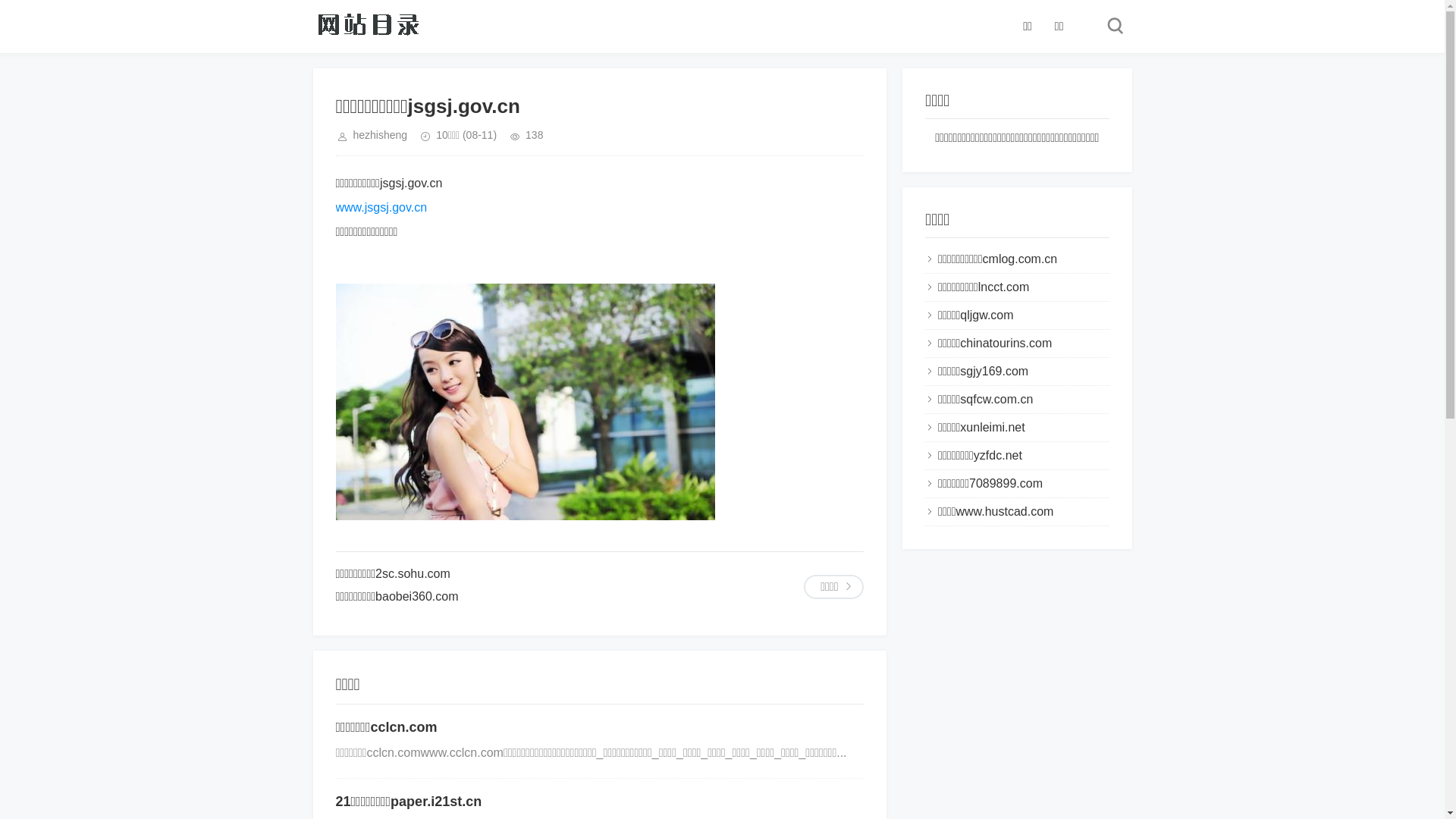 Image resolution: width=1456 pixels, height=819 pixels. Describe the element at coordinates (381, 207) in the screenshot. I see `'www.jsgsj.gov.cn'` at that location.